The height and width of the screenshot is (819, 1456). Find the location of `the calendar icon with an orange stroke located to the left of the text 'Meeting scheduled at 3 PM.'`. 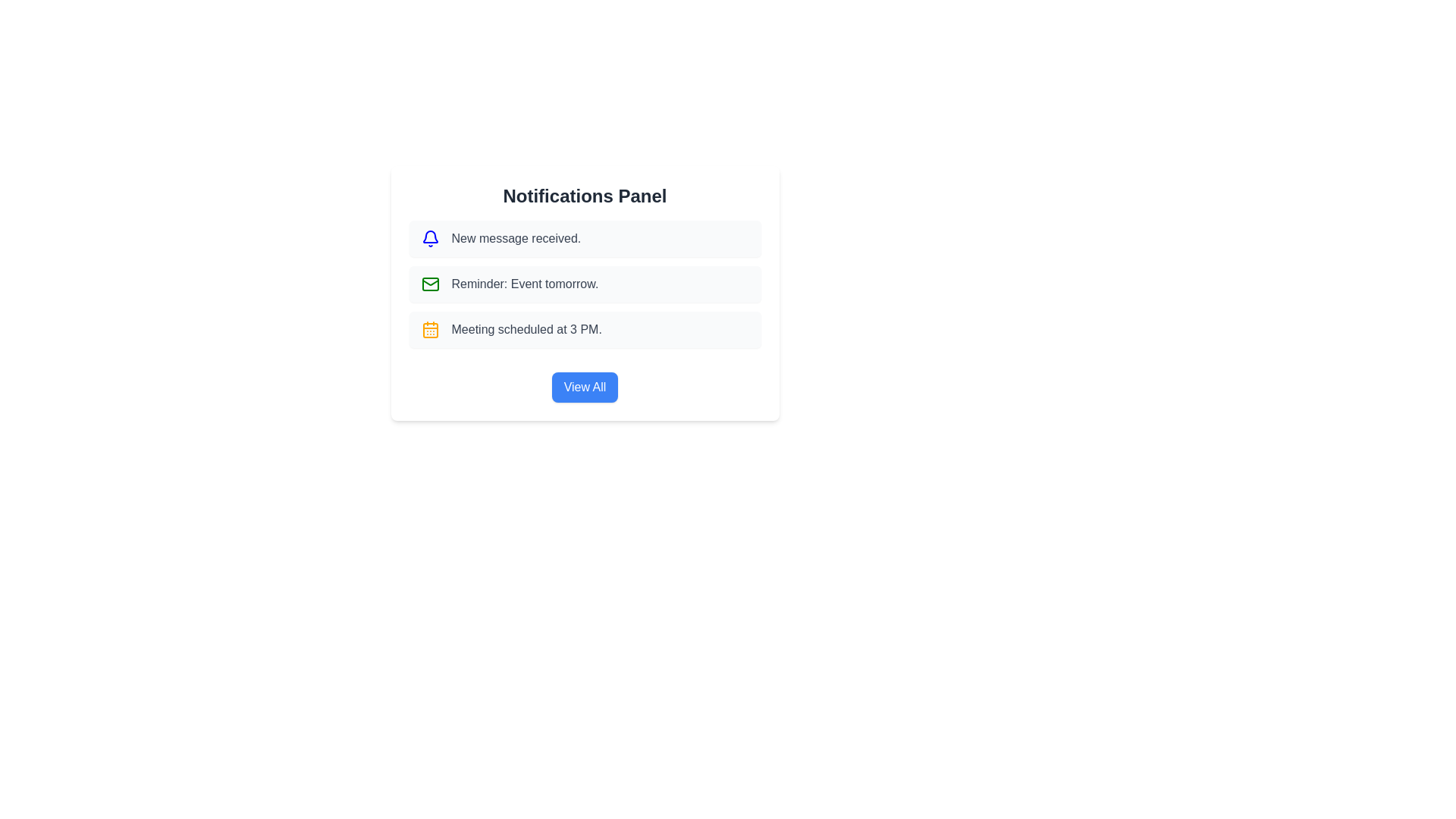

the calendar icon with an orange stroke located to the left of the text 'Meeting scheduled at 3 PM.' is located at coordinates (429, 329).